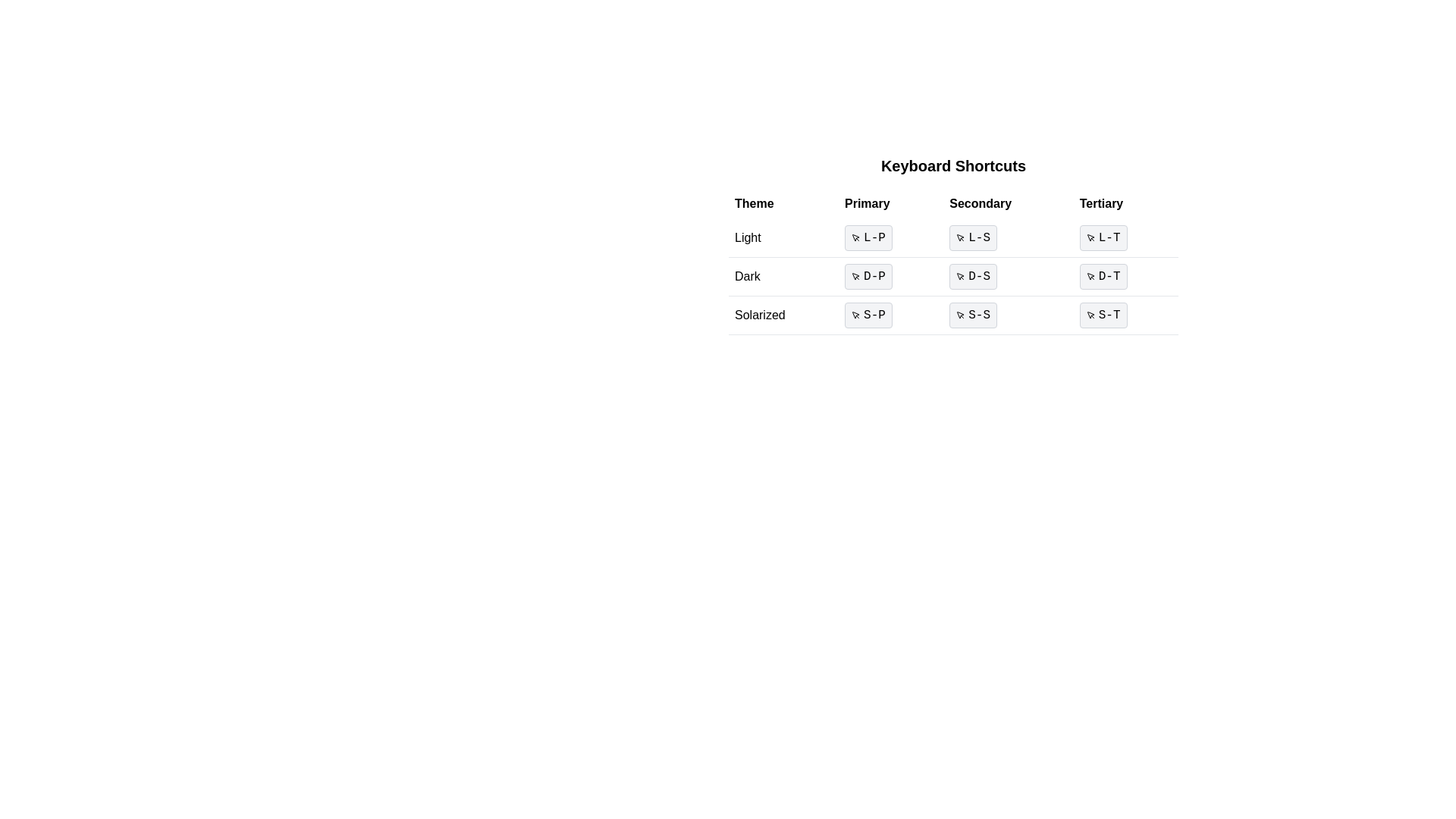 The image size is (1456, 819). Describe the element at coordinates (1109, 237) in the screenshot. I see `text 'L-T' from the keyboard shortcut button located in the third column of the first row under the 'Tertiary' column heading` at that location.